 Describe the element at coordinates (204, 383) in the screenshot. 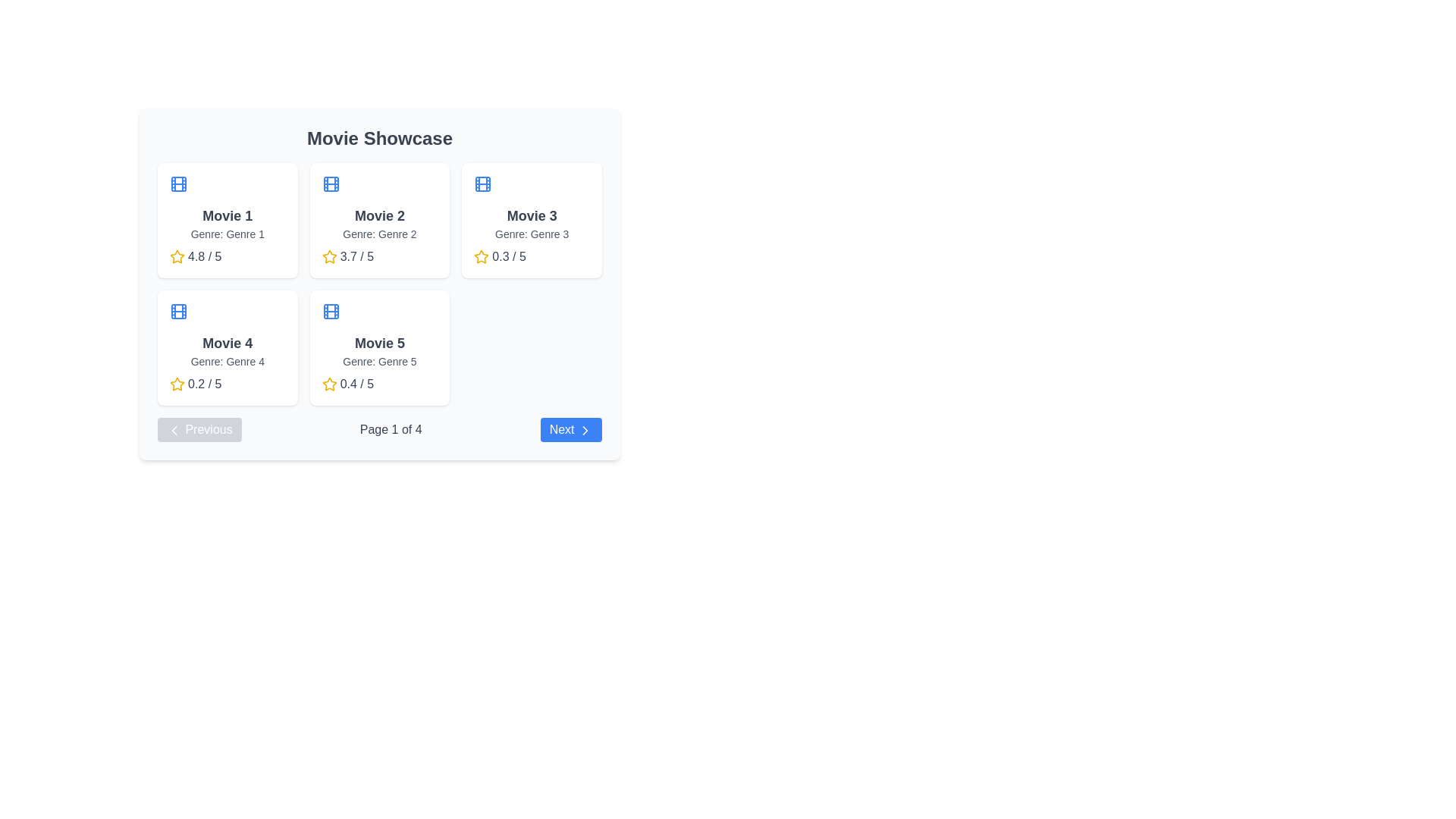

I see `the static text label displaying the rating '0.2 / 5', which is located below the 'Movie 4' title and to the right of a star icon` at that location.